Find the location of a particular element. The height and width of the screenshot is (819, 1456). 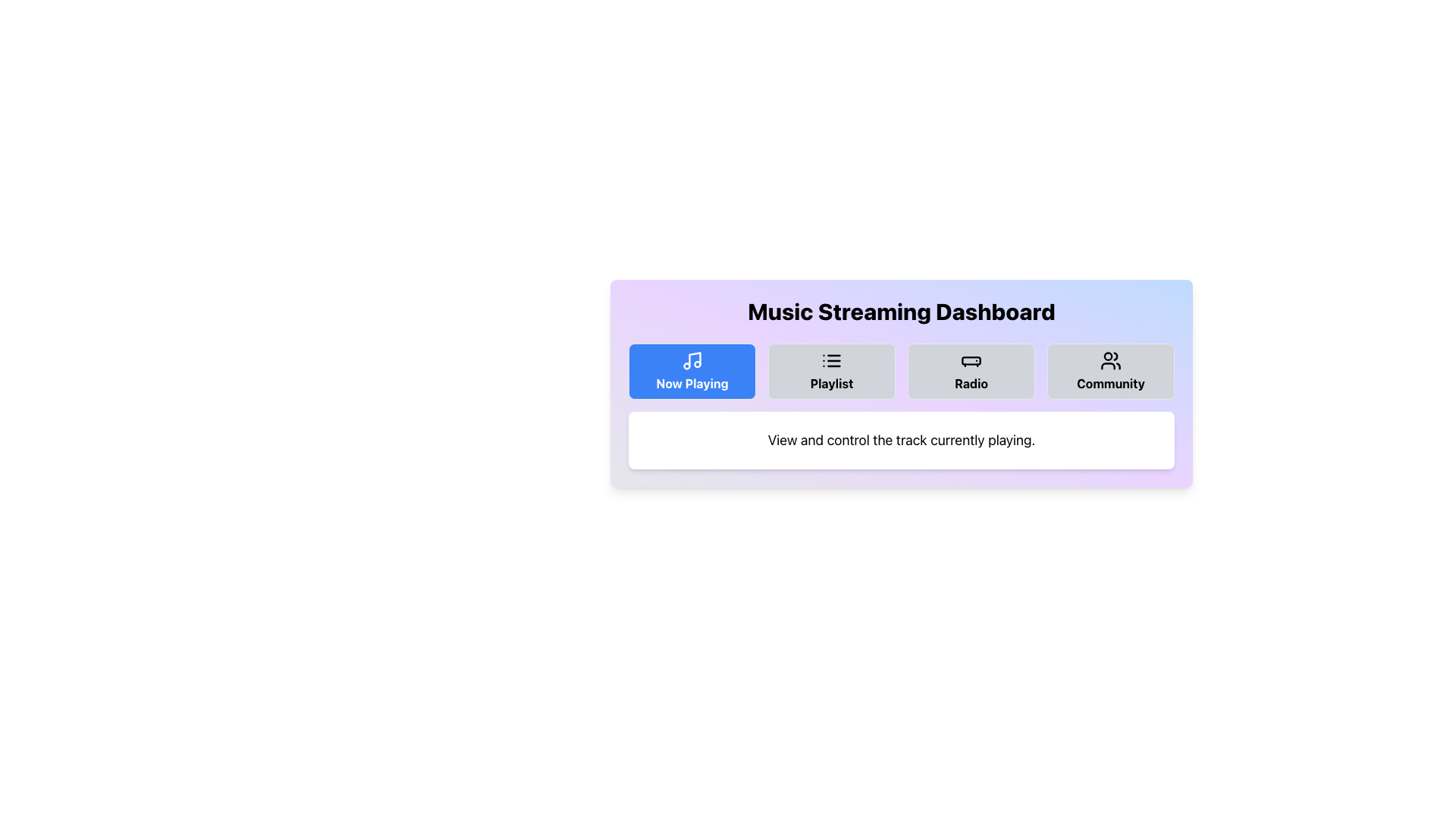

the Graphic Icon representing the 'Radio' functionality, located in the middle of the 'Radio' button in the navigation section below the 'Music Streaming Dashboard' title is located at coordinates (971, 360).